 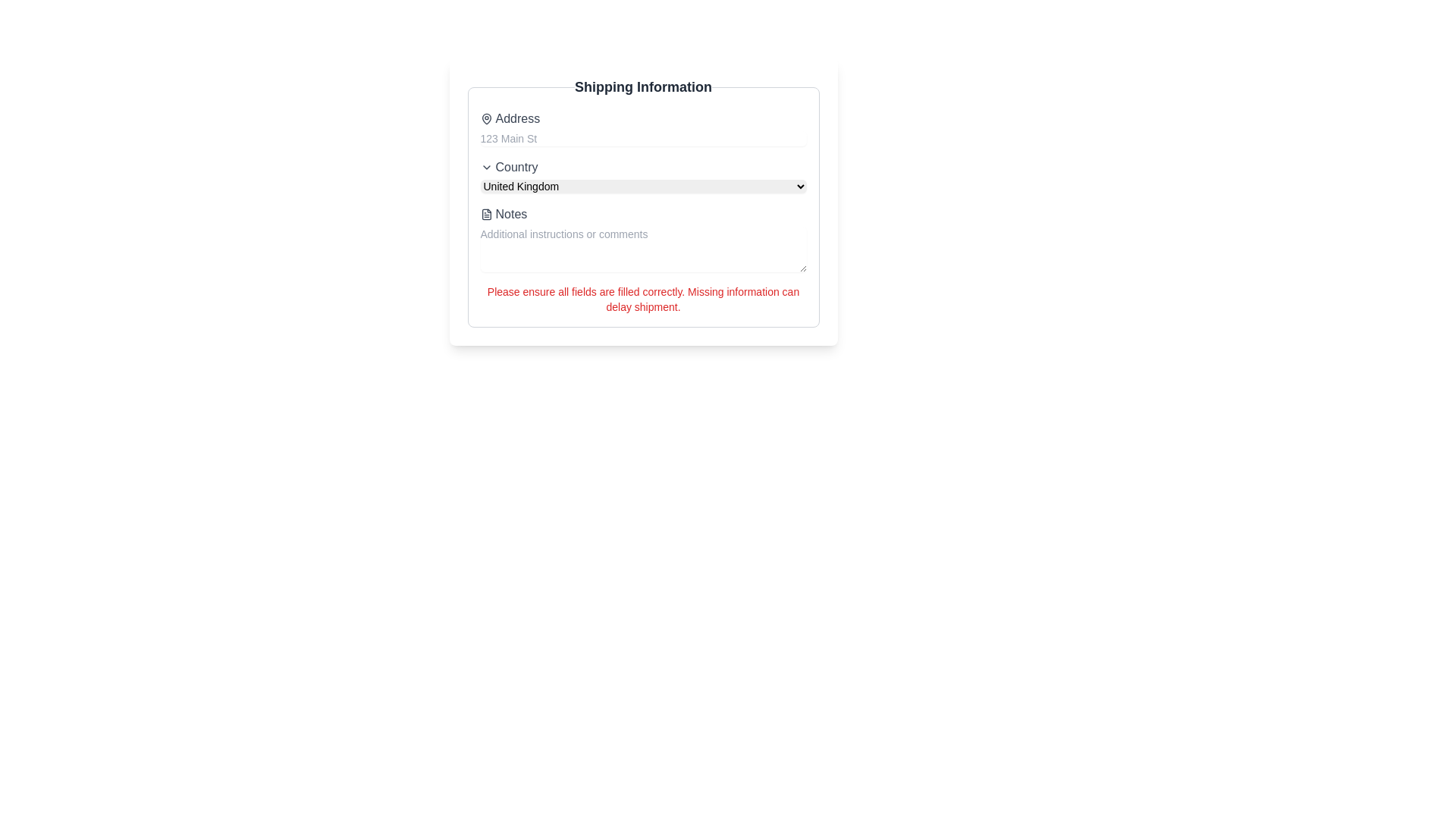 I want to click on text from the Text Label located in the 'Shipping Information' section, which informs users of missing or incorrect inputs in the form, so click(x=643, y=299).